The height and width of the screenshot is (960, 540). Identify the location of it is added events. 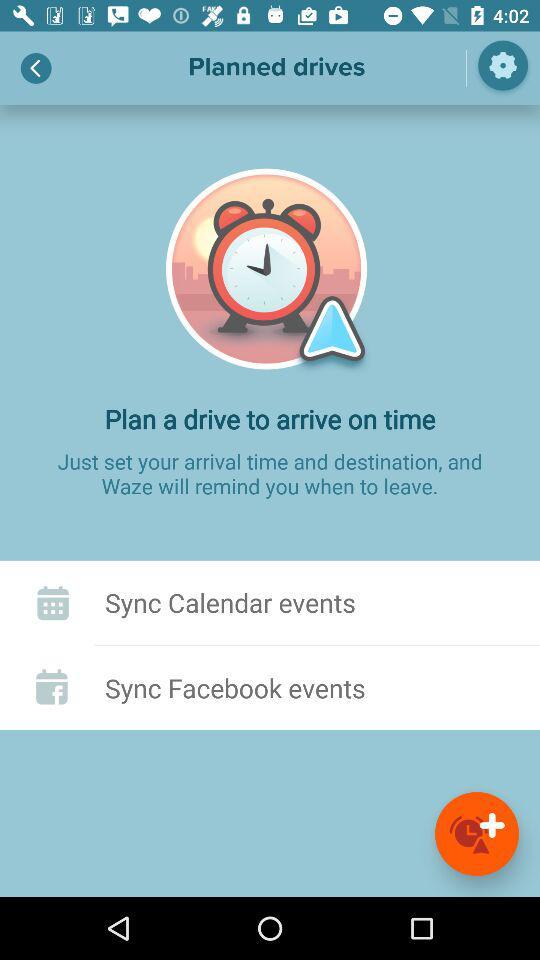
(475, 833).